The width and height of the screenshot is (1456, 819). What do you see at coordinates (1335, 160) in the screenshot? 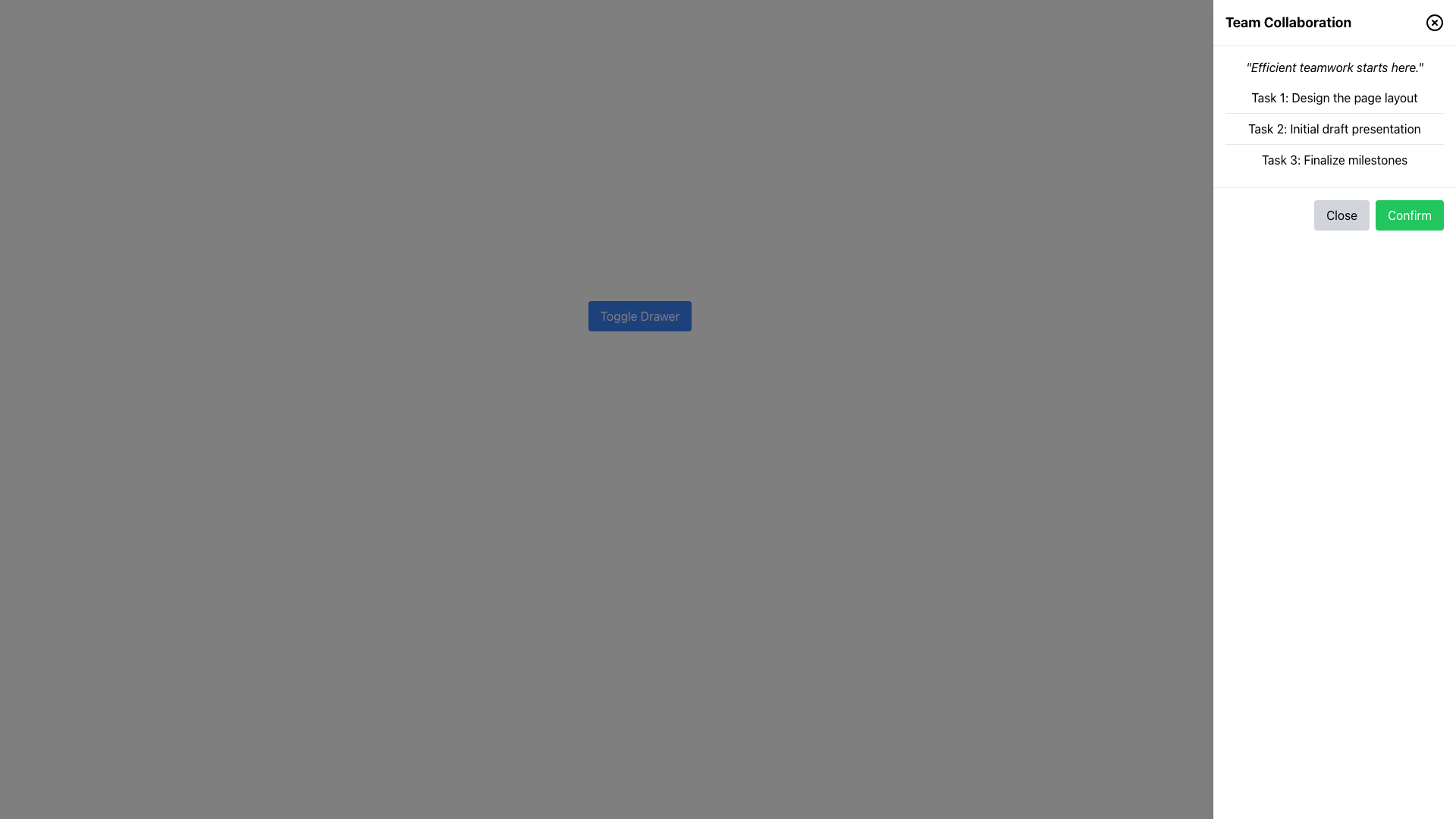
I see `the text label indicating 'Task 3: Finalize milestones', which is the third item in the task list located beneath 'Task 2: Initial draft presentation'` at bounding box center [1335, 160].